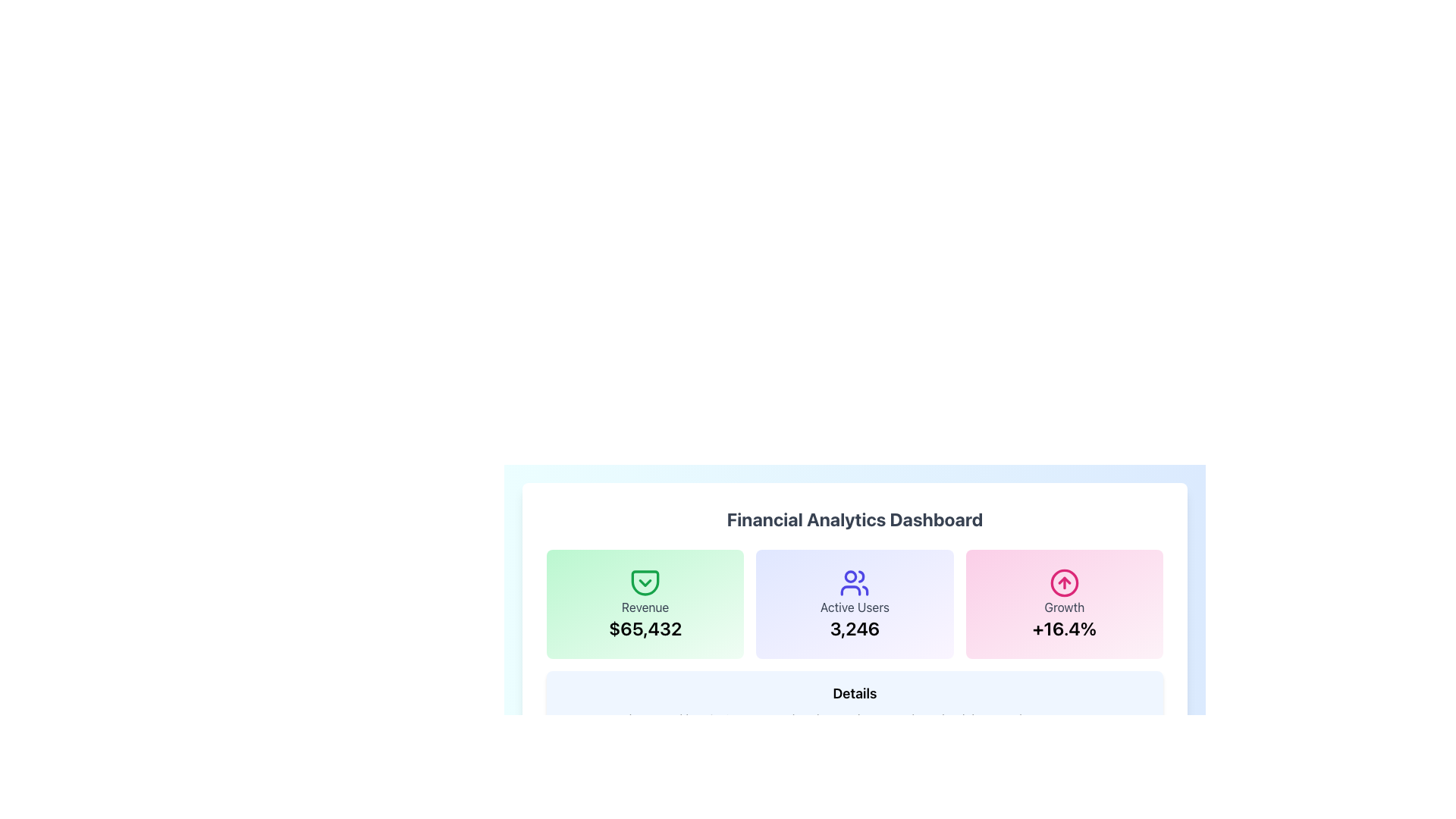 This screenshot has width=1456, height=819. I want to click on header text that introduces the content about revenue and user engagement, located in the light blue rectangular section at the bottom of the interface, so click(855, 693).